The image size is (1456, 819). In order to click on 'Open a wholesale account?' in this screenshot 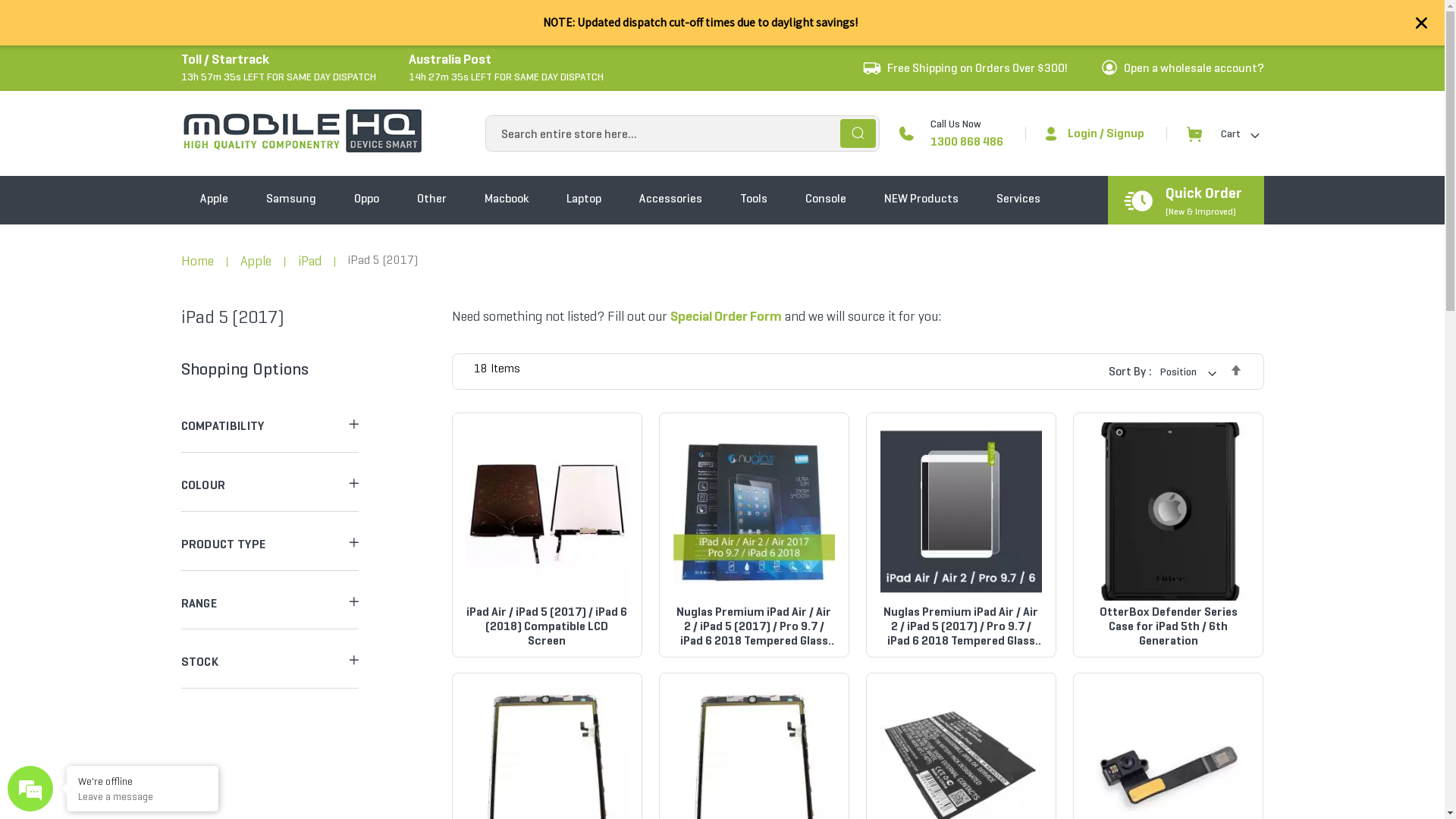, I will do `click(1193, 22)`.